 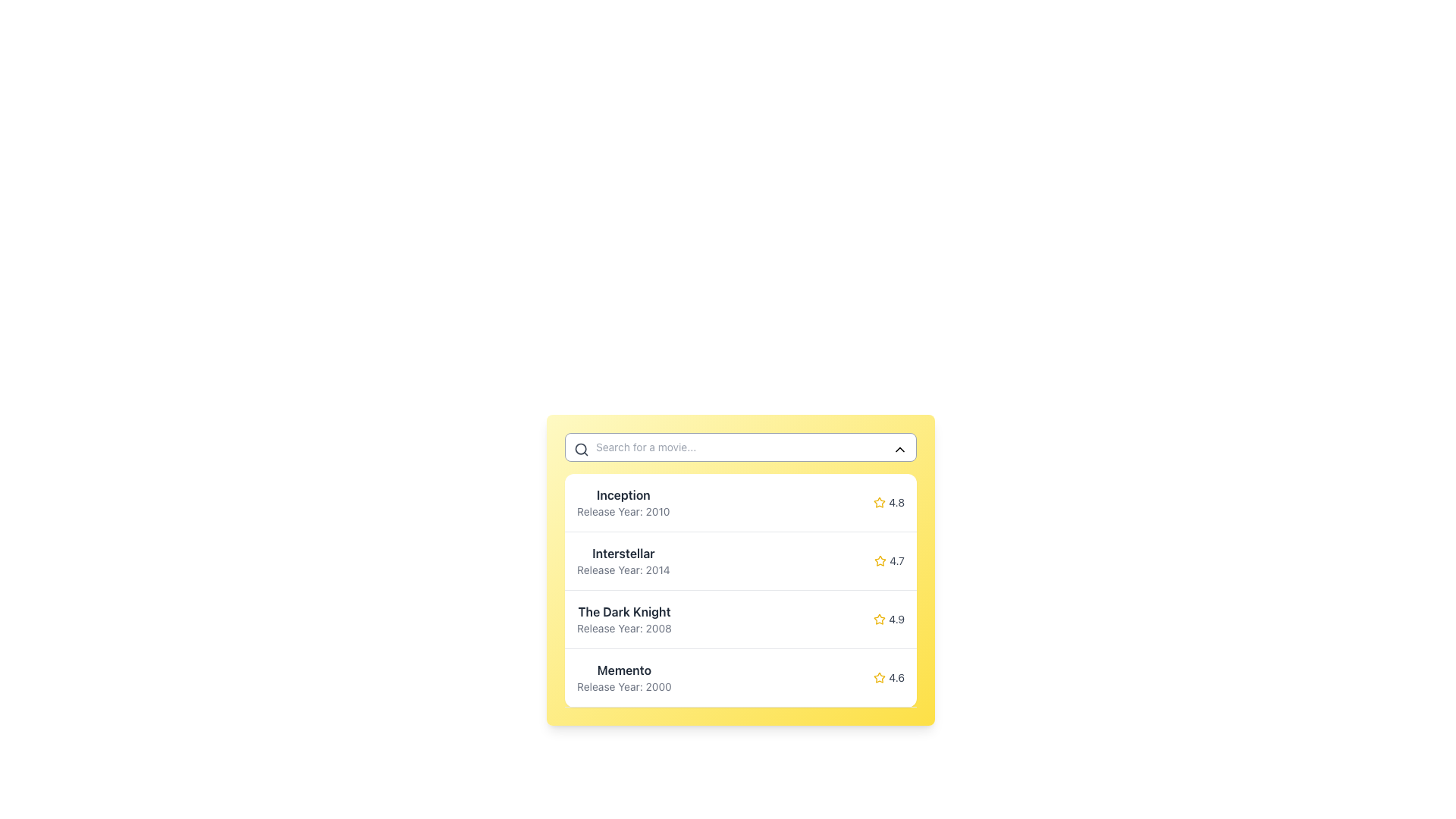 I want to click on the Rating display component for the movie 'Memento', which features a yellow star icon and the rating text '4.6', so click(x=889, y=677).